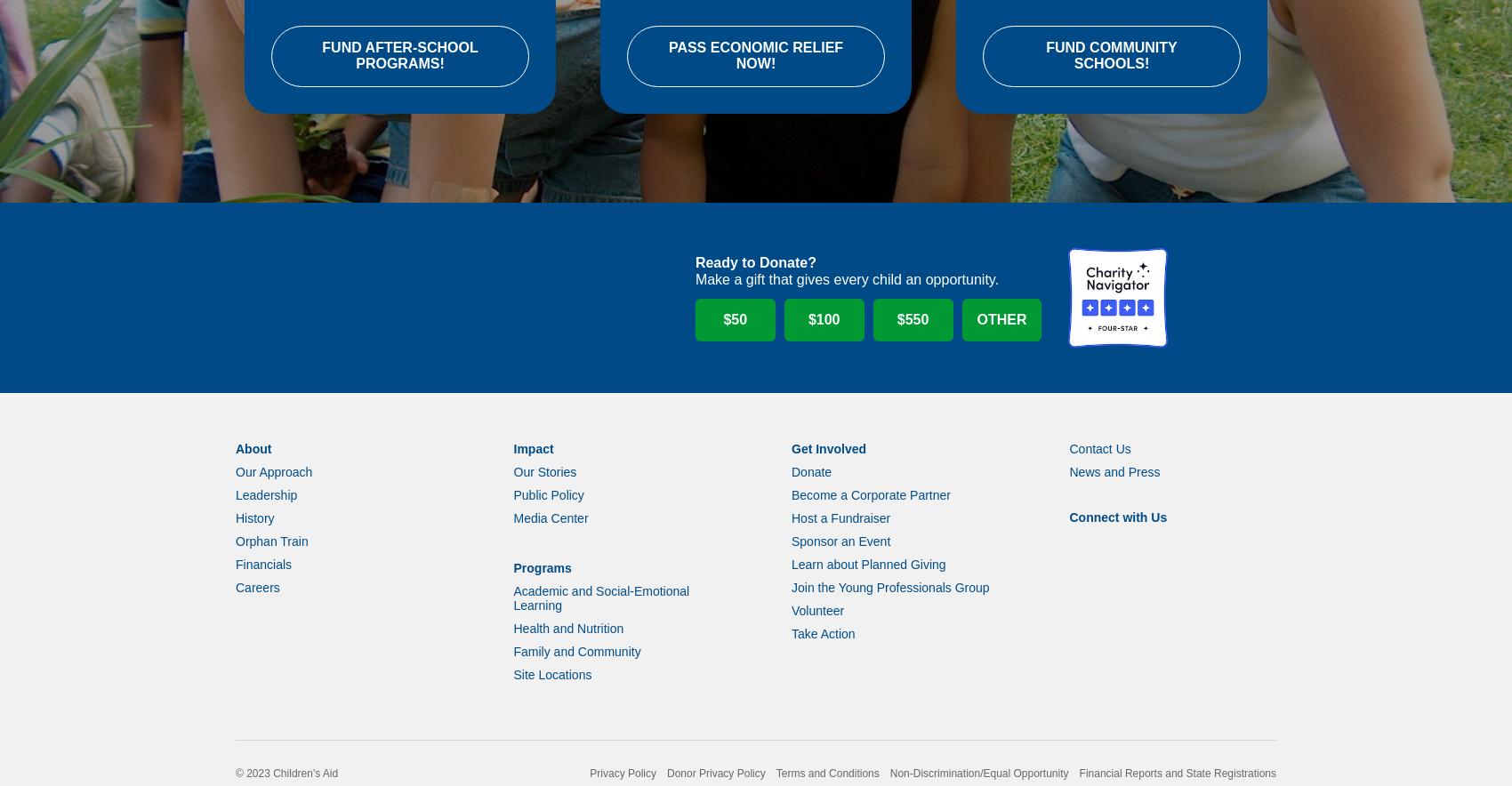  I want to click on 'Health and Nutrition', so click(511, 651).